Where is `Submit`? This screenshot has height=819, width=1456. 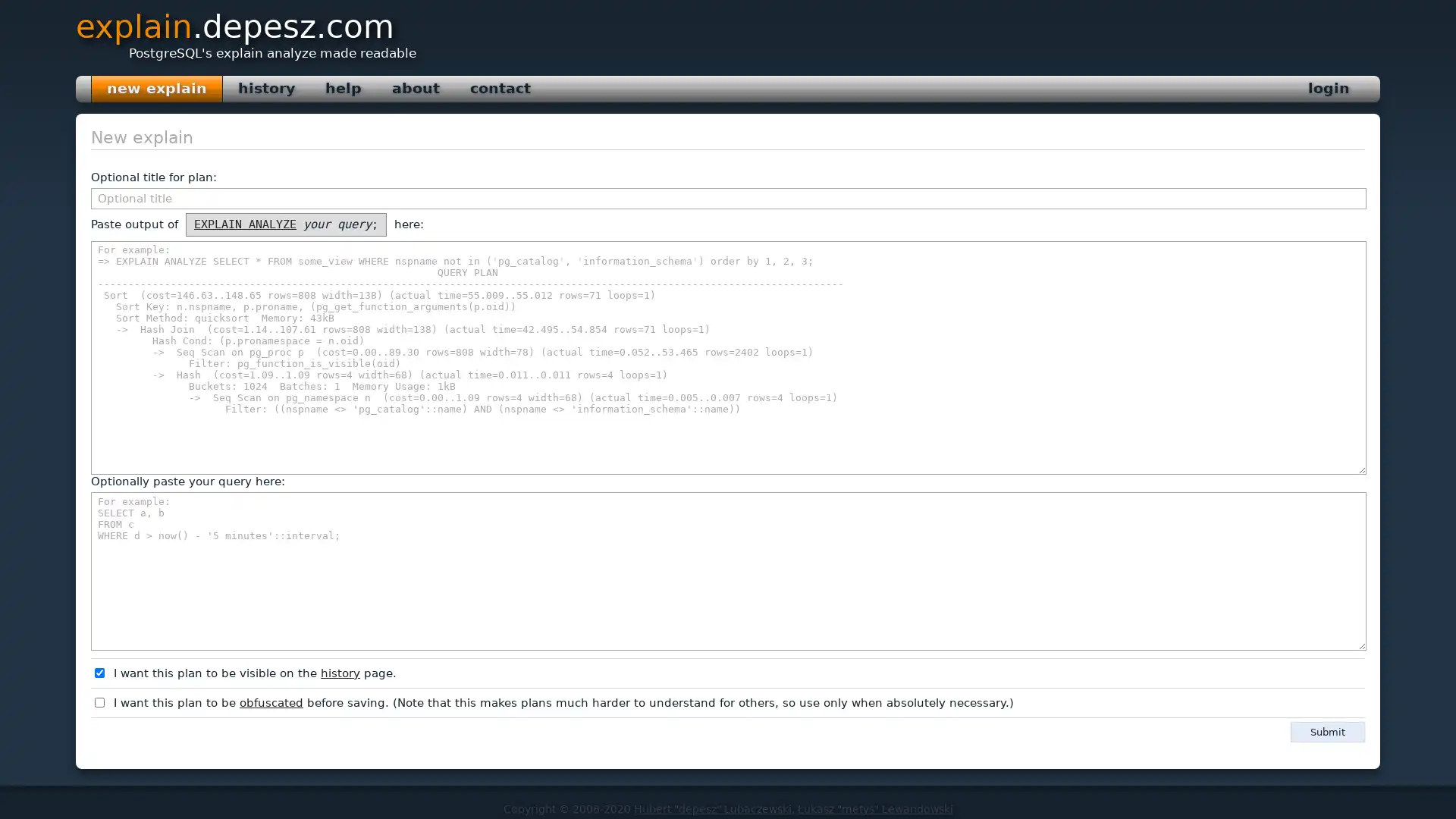
Submit is located at coordinates (1327, 730).